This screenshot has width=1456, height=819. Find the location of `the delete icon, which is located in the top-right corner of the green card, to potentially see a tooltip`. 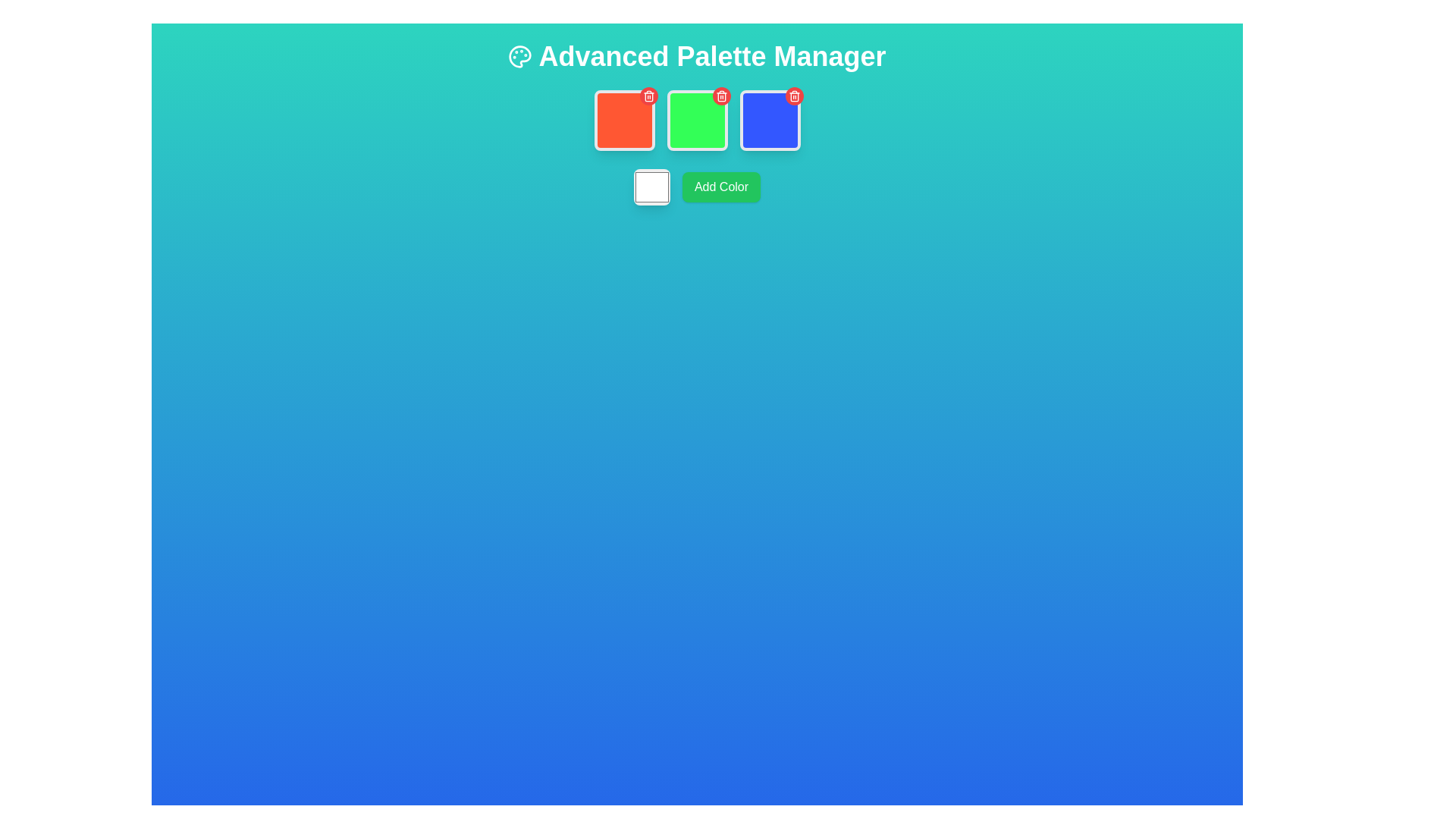

the delete icon, which is located in the top-right corner of the green card, to potentially see a tooltip is located at coordinates (648, 96).